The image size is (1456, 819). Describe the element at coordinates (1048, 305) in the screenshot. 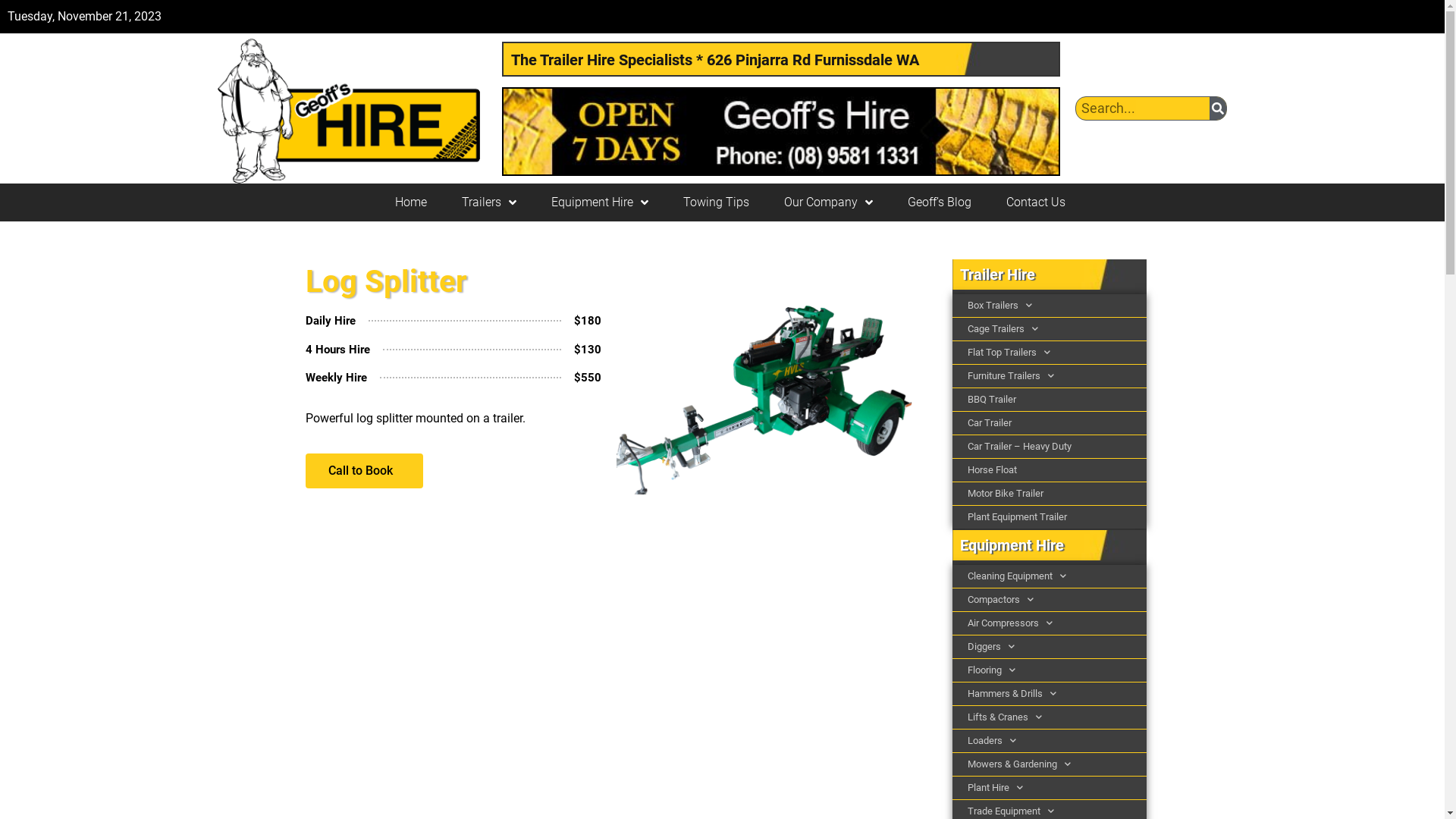

I see `'Box Trailers'` at that location.